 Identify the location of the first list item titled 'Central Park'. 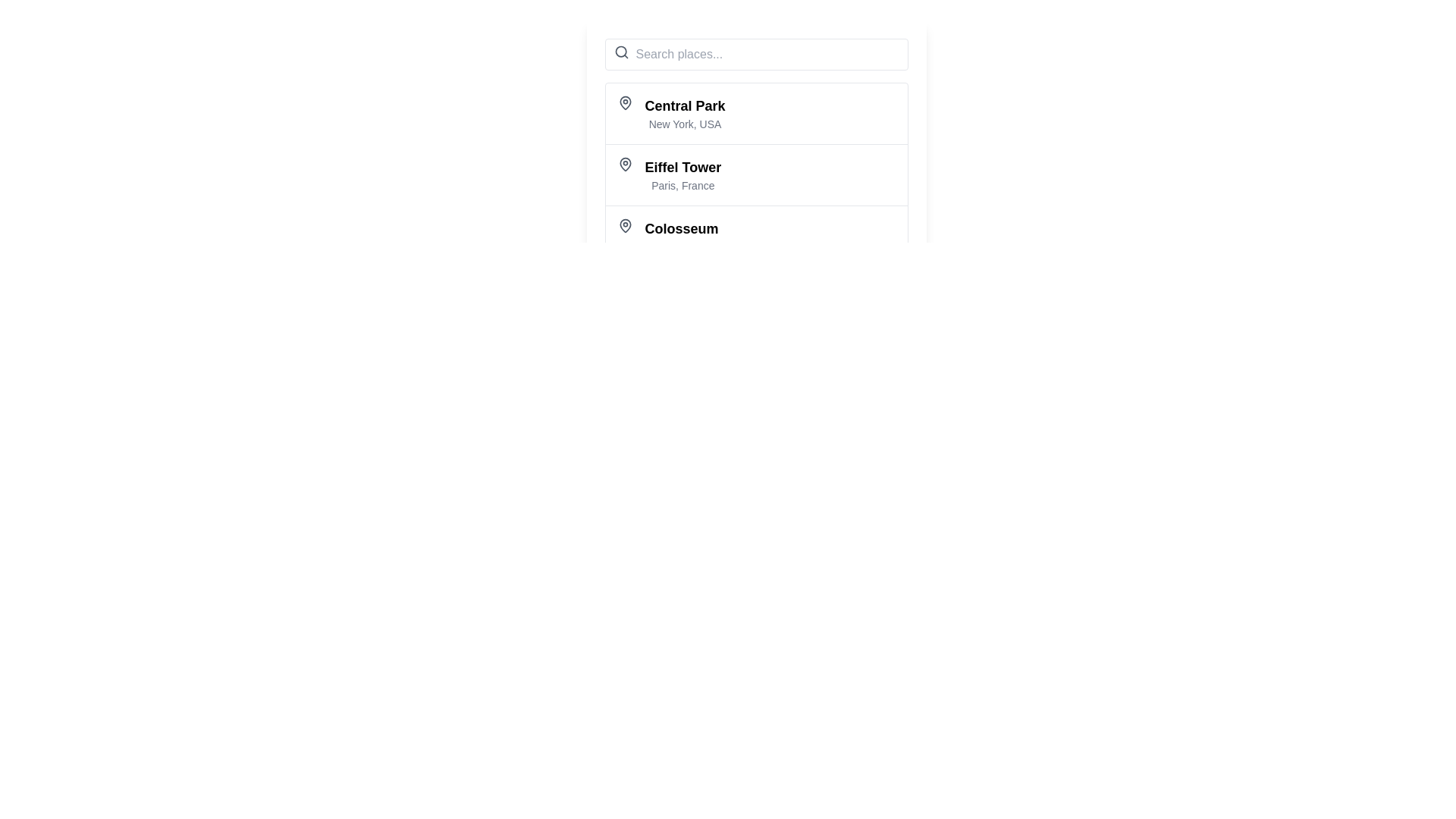
(756, 113).